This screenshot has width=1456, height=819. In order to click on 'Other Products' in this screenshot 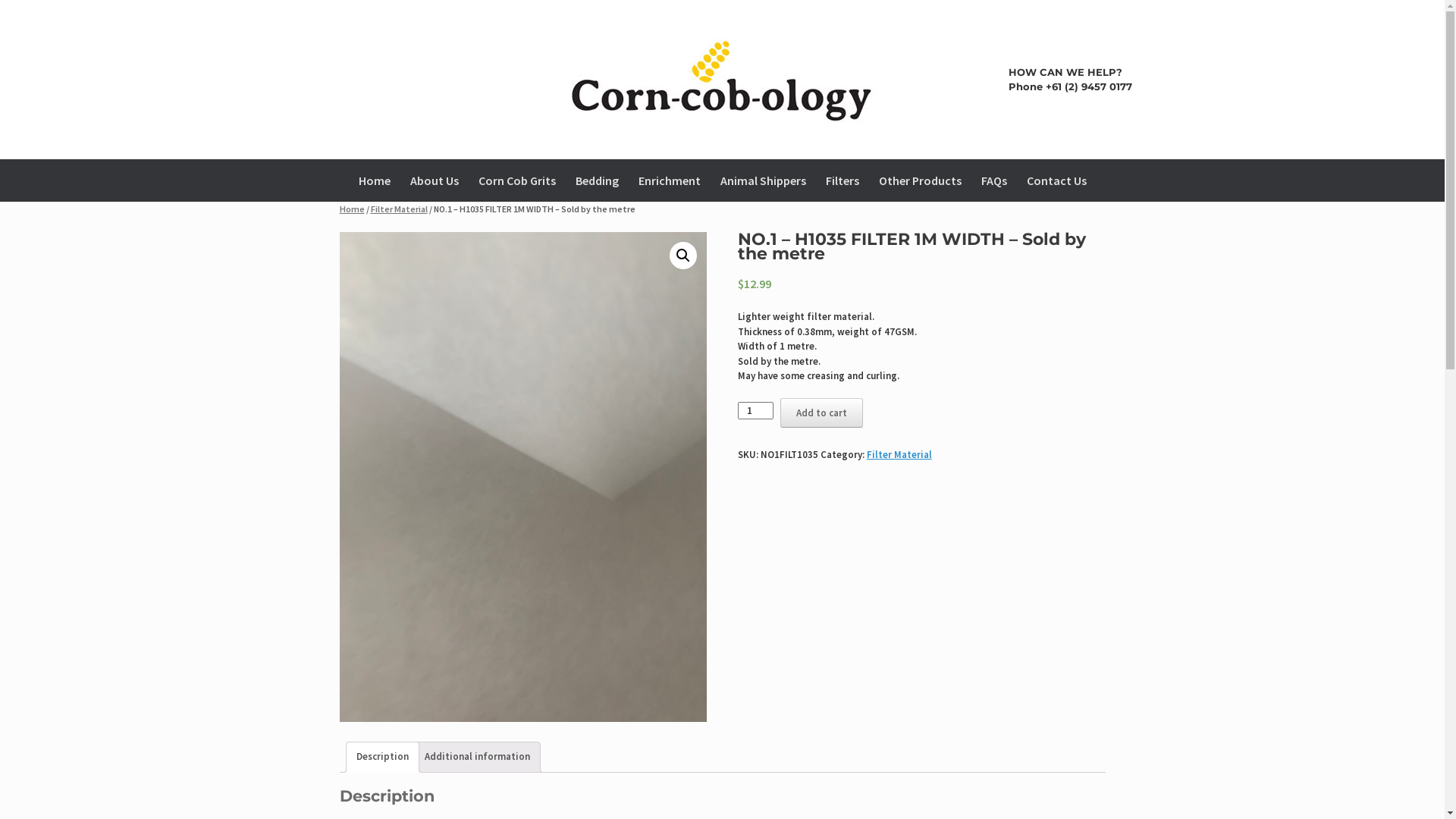, I will do `click(919, 180)`.